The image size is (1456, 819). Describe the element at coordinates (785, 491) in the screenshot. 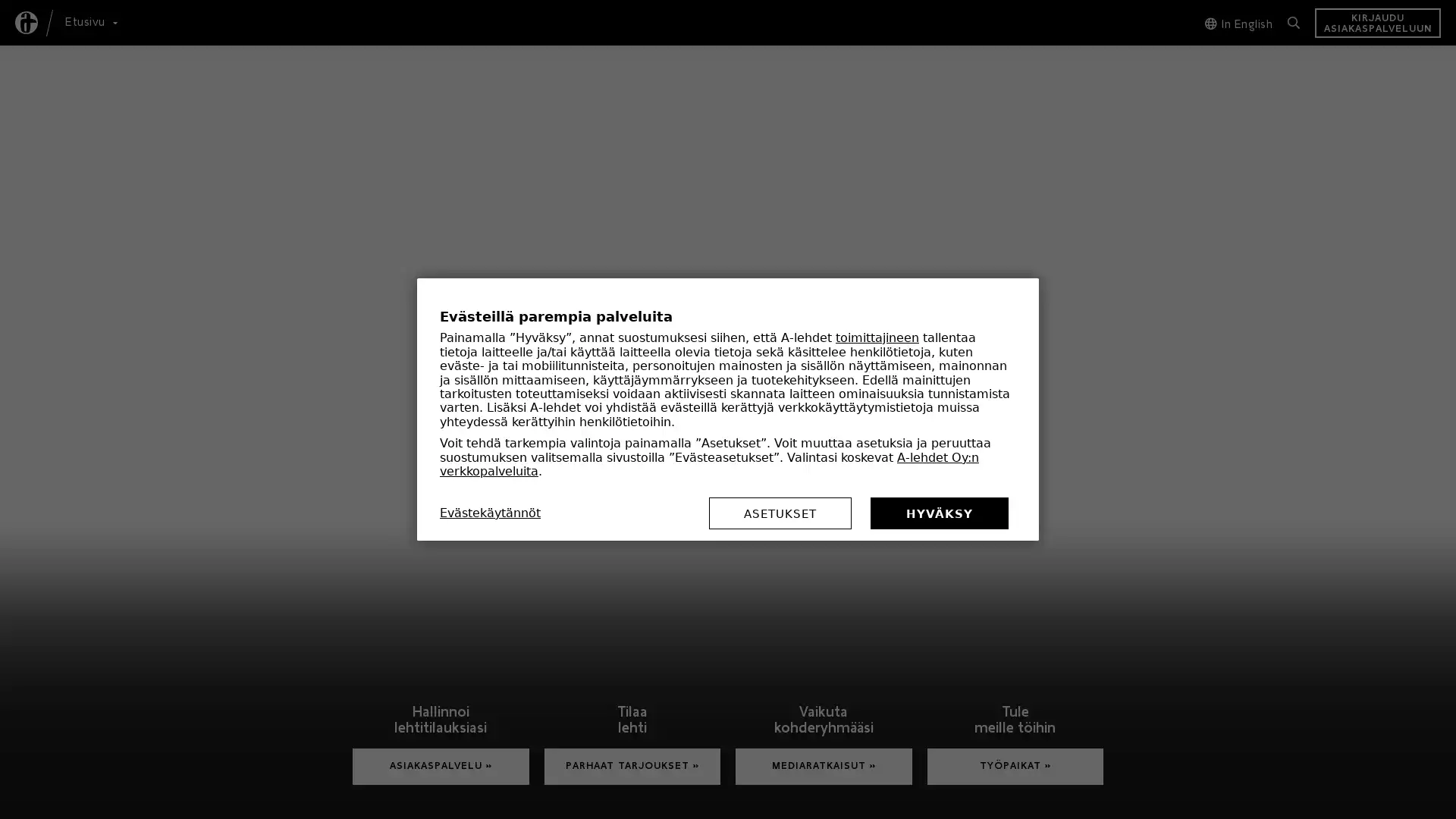

I see `ASETUKSET` at that location.